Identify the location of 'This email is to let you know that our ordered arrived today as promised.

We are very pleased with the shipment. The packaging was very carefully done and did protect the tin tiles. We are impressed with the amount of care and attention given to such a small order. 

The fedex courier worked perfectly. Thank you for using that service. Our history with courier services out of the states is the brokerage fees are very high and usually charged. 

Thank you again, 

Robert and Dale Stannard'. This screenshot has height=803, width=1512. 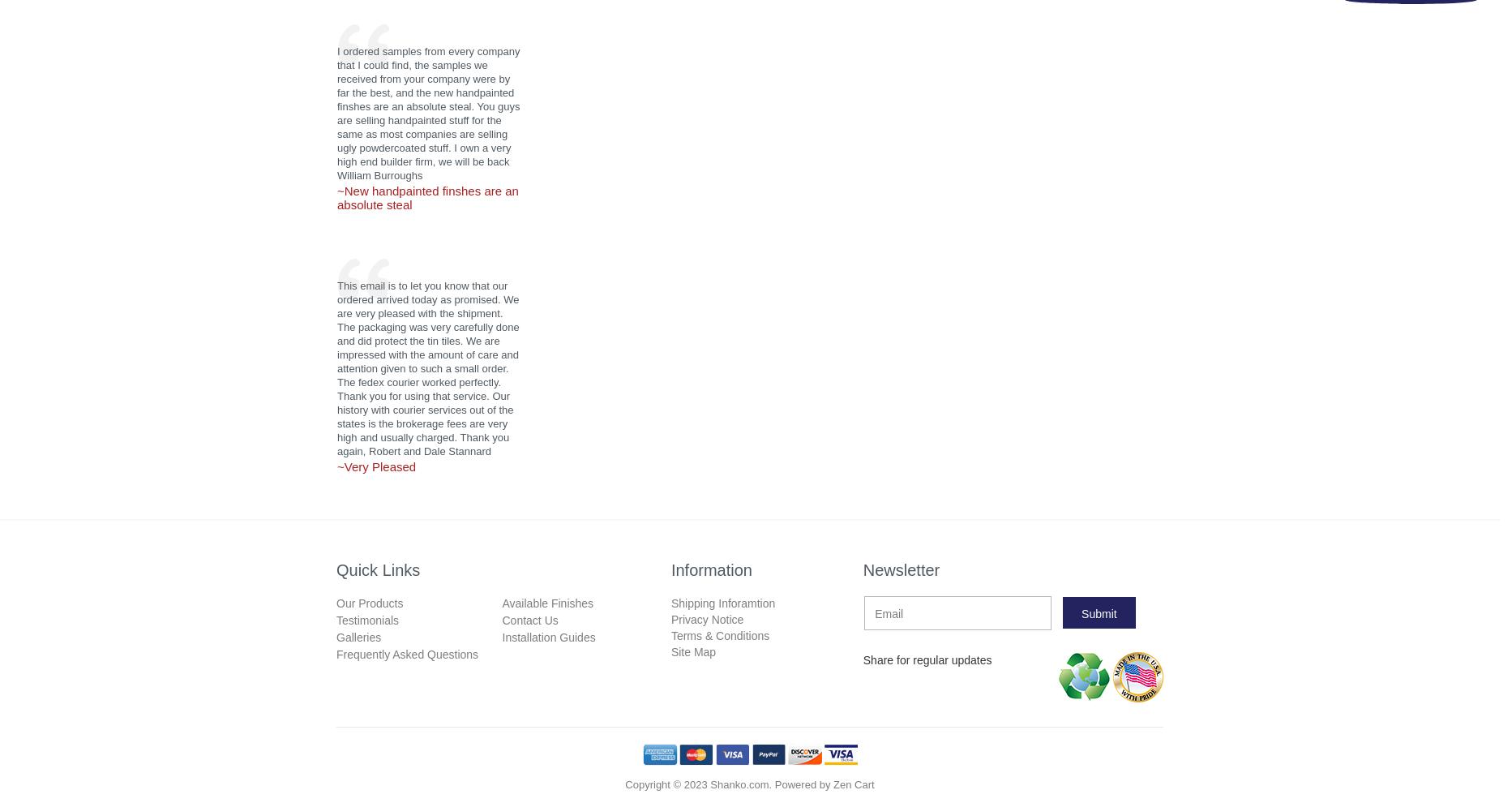
(427, 368).